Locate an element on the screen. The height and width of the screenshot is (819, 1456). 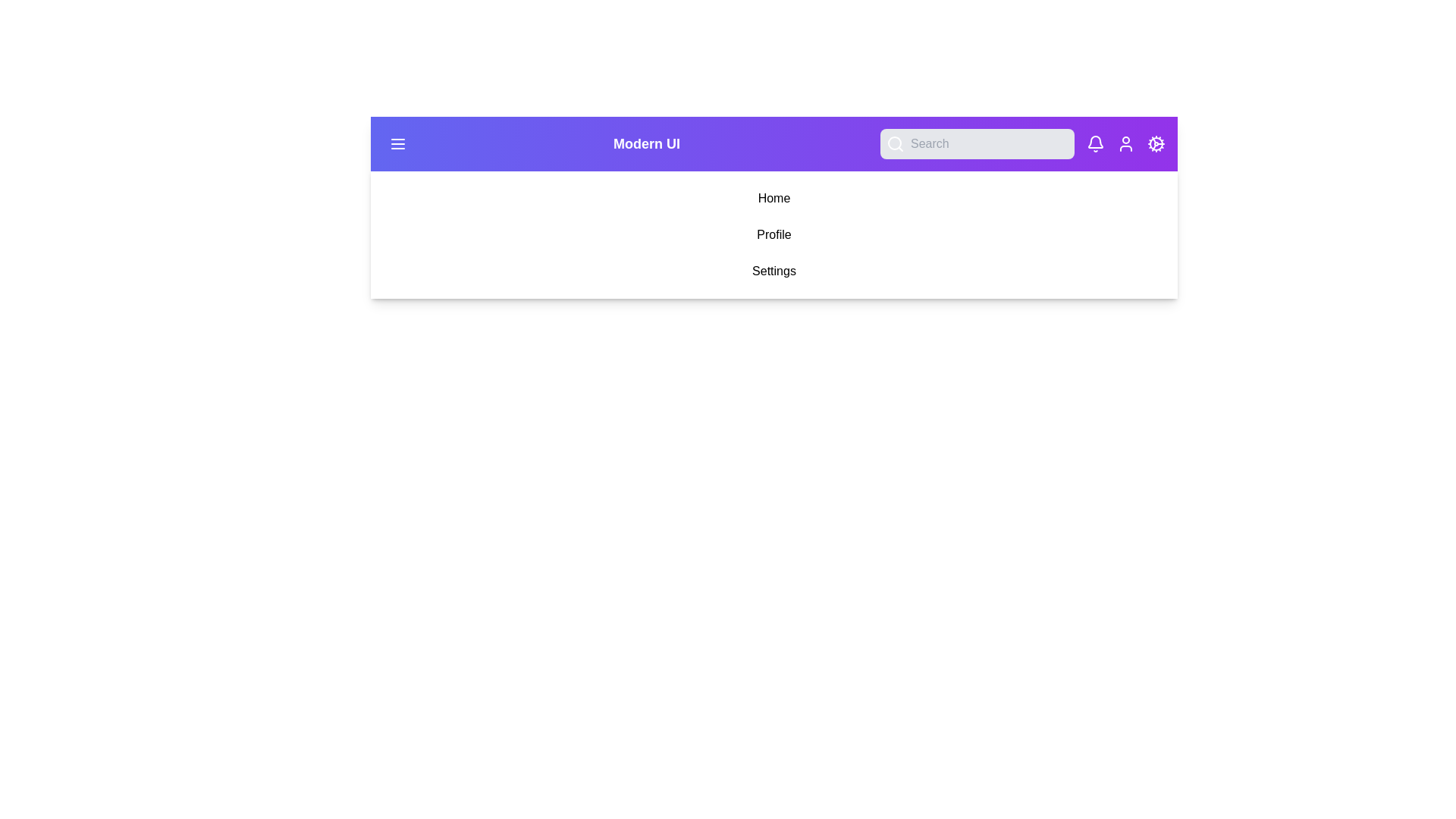
the Notification button to navigate to its respective section is located at coordinates (1095, 143).